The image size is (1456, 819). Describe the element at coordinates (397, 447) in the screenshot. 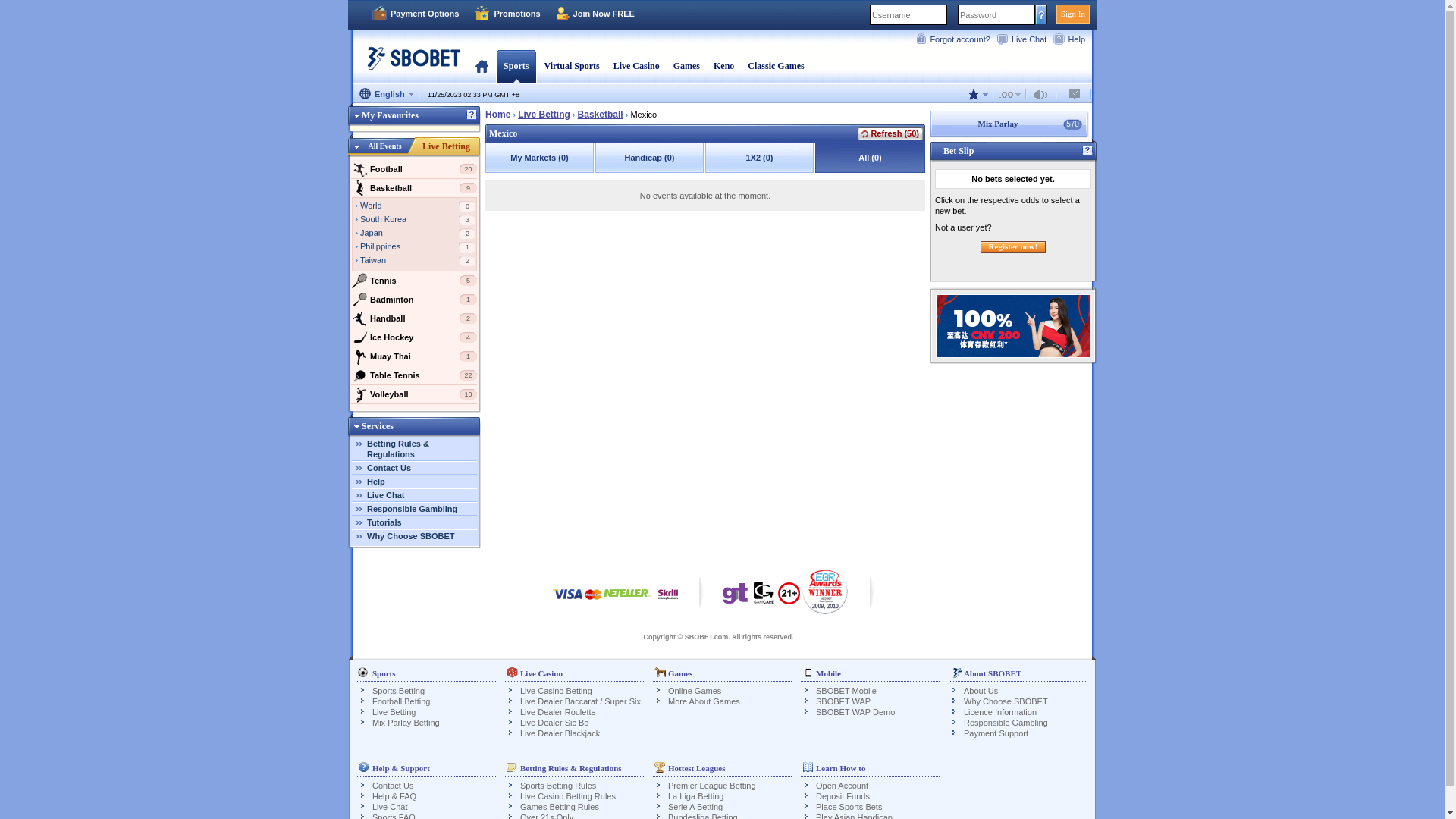

I see `'Betting Rules & Regulations'` at that location.